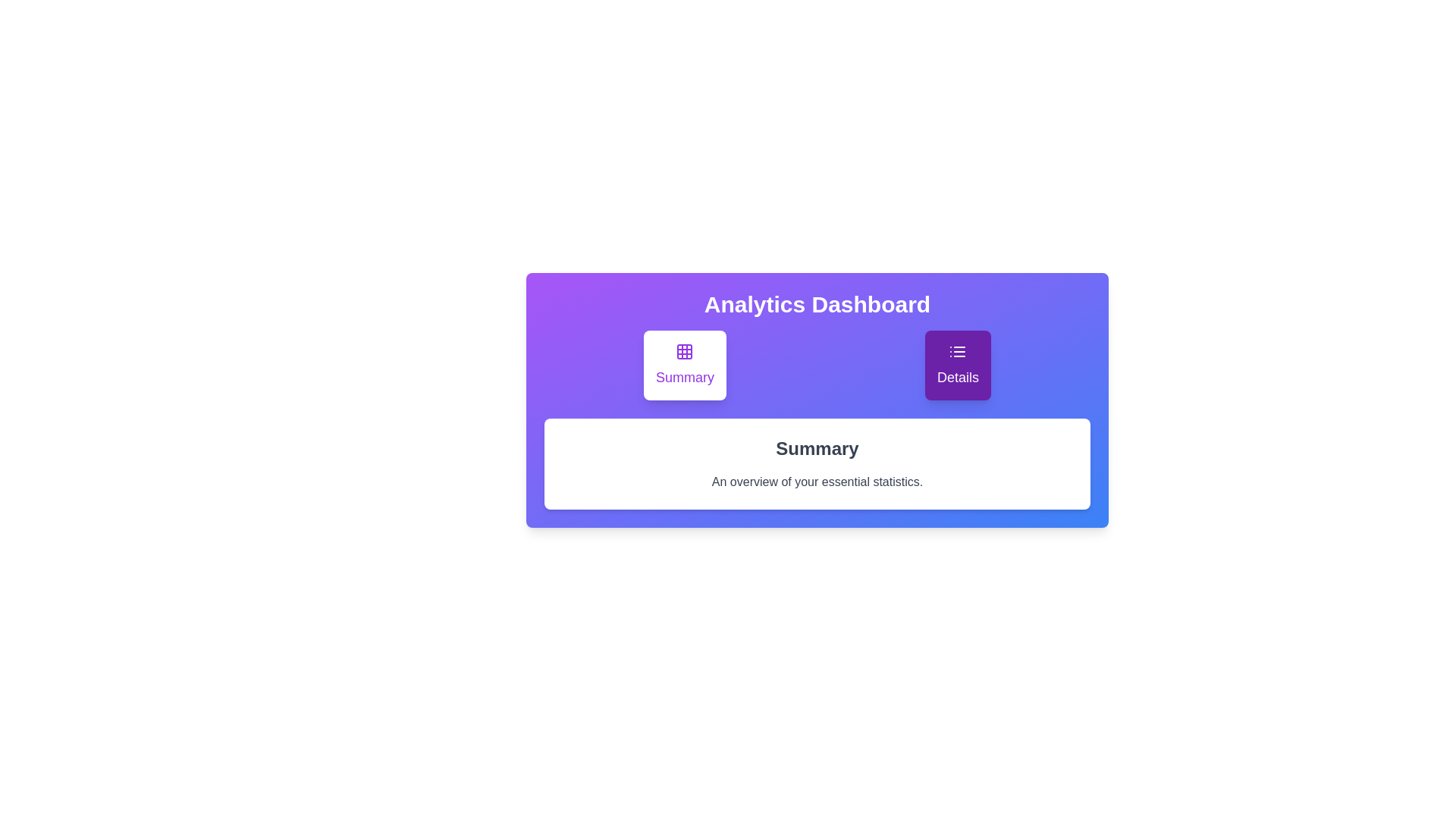  What do you see at coordinates (684, 366) in the screenshot?
I see `the Summary tab by clicking on its button` at bounding box center [684, 366].